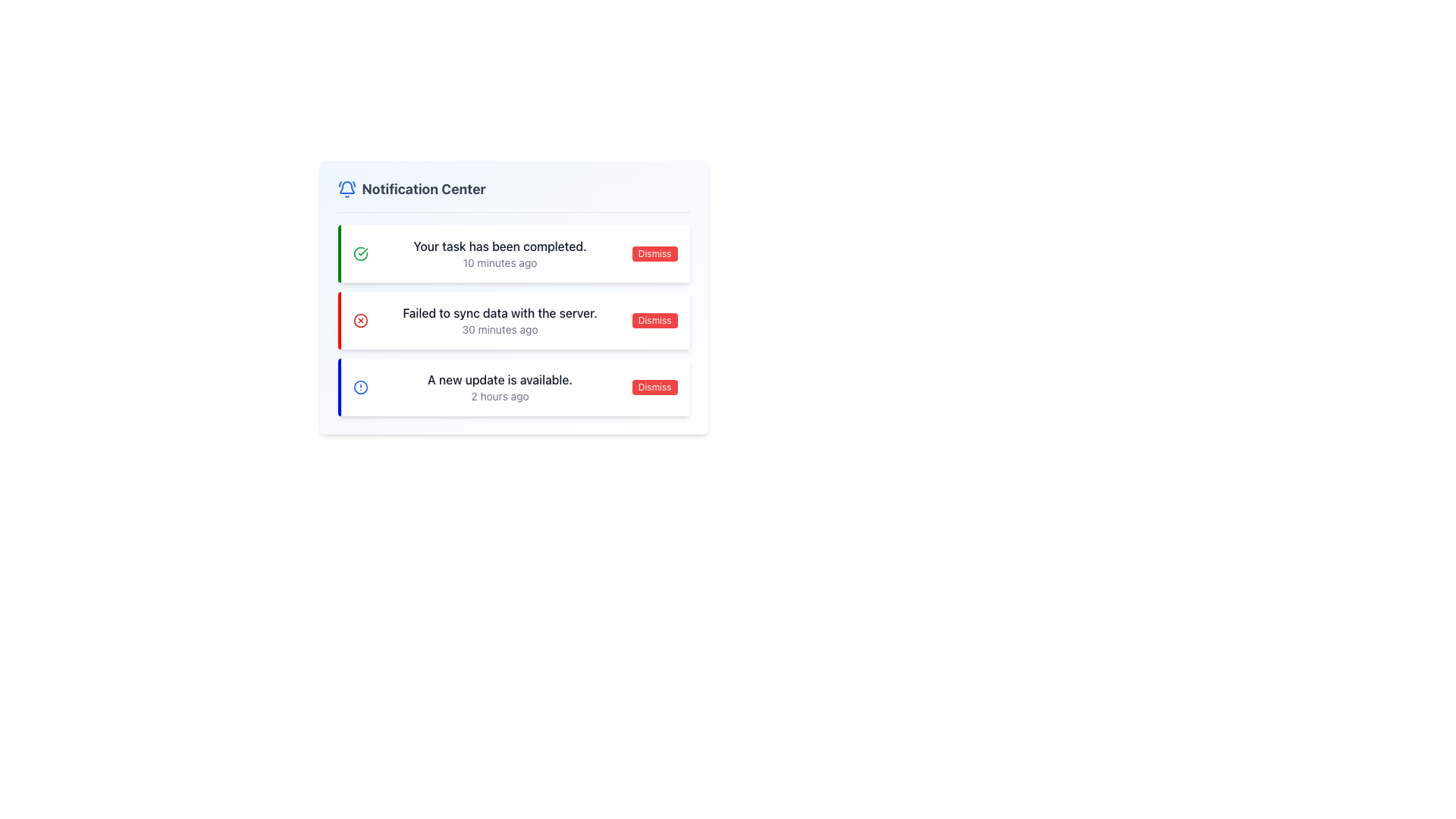  What do you see at coordinates (500, 386) in the screenshot?
I see `the main content of the third notification card in the 'Notification Center' that provides information about a new update and the time since the notification was issued` at bounding box center [500, 386].